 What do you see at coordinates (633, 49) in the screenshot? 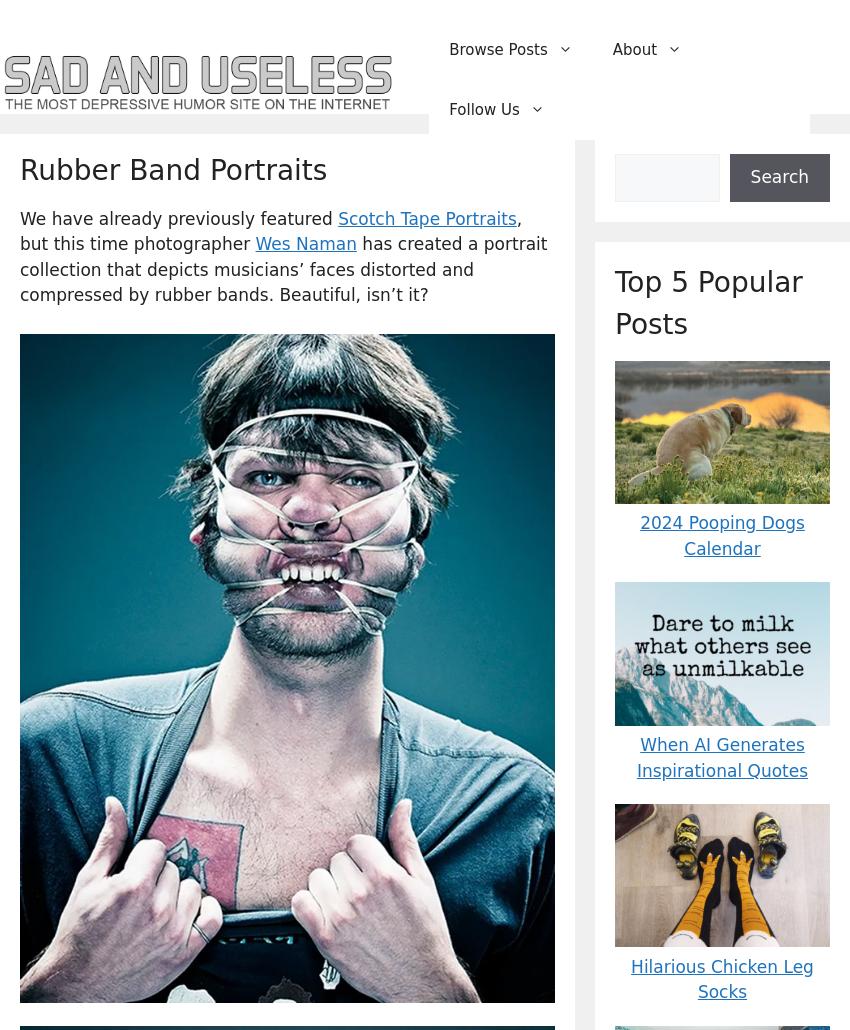
I see `'About'` at bounding box center [633, 49].